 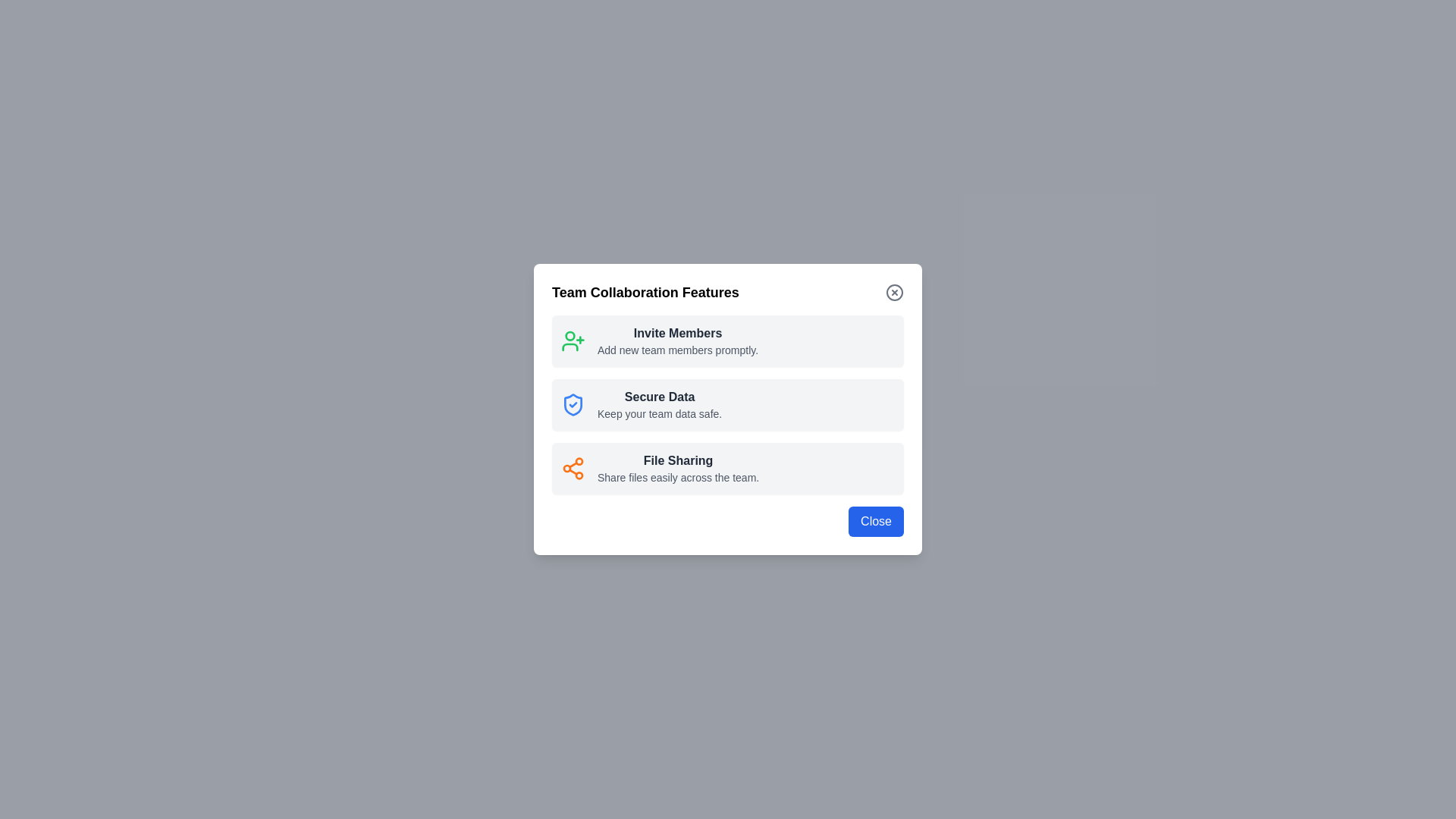 What do you see at coordinates (876, 520) in the screenshot?
I see `close button located at the bottom-right of the dialog` at bounding box center [876, 520].